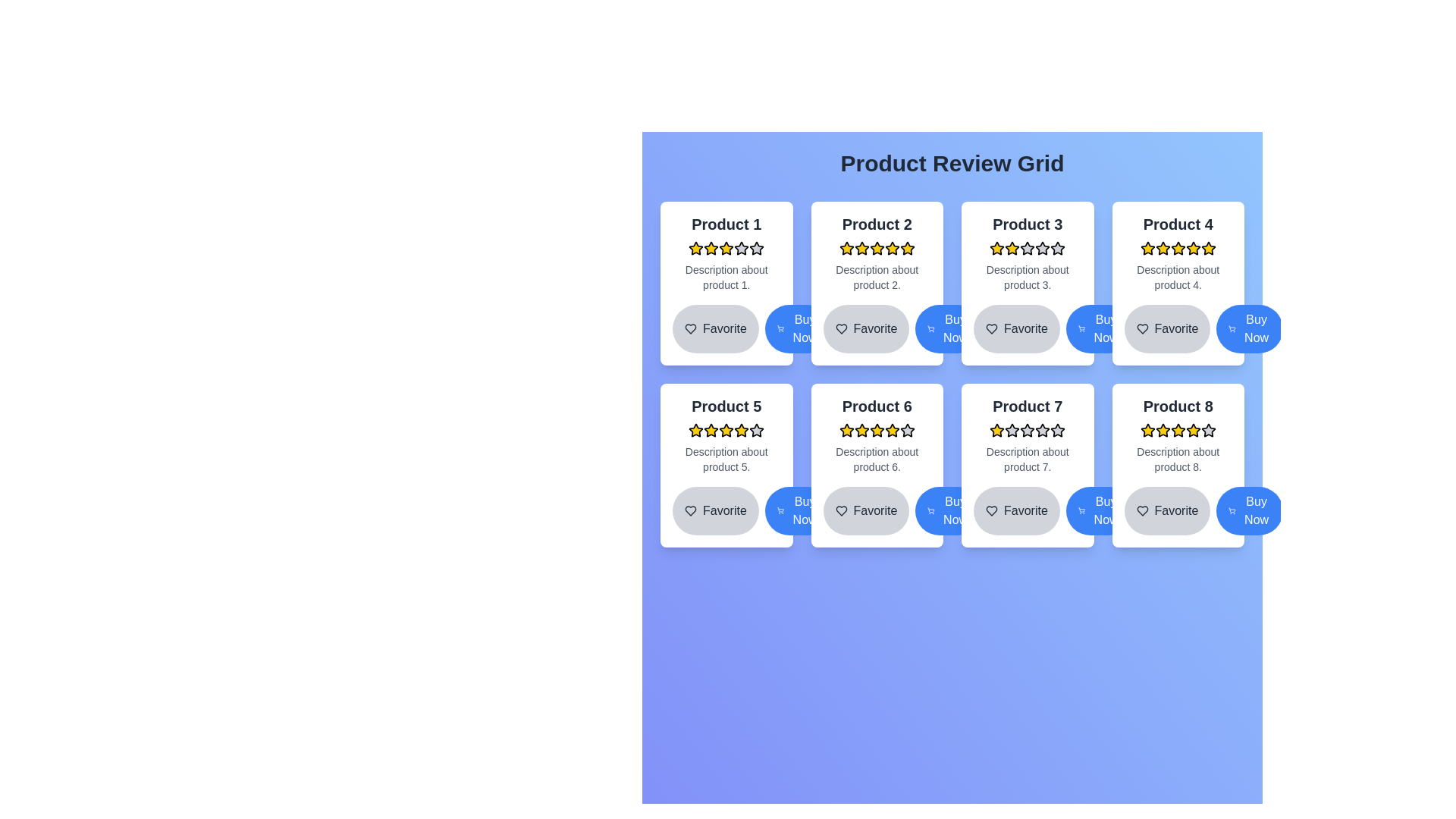 Image resolution: width=1456 pixels, height=819 pixels. Describe the element at coordinates (877, 430) in the screenshot. I see `the fourth yellow star icon in the product review interface for 'Product 6'` at that location.